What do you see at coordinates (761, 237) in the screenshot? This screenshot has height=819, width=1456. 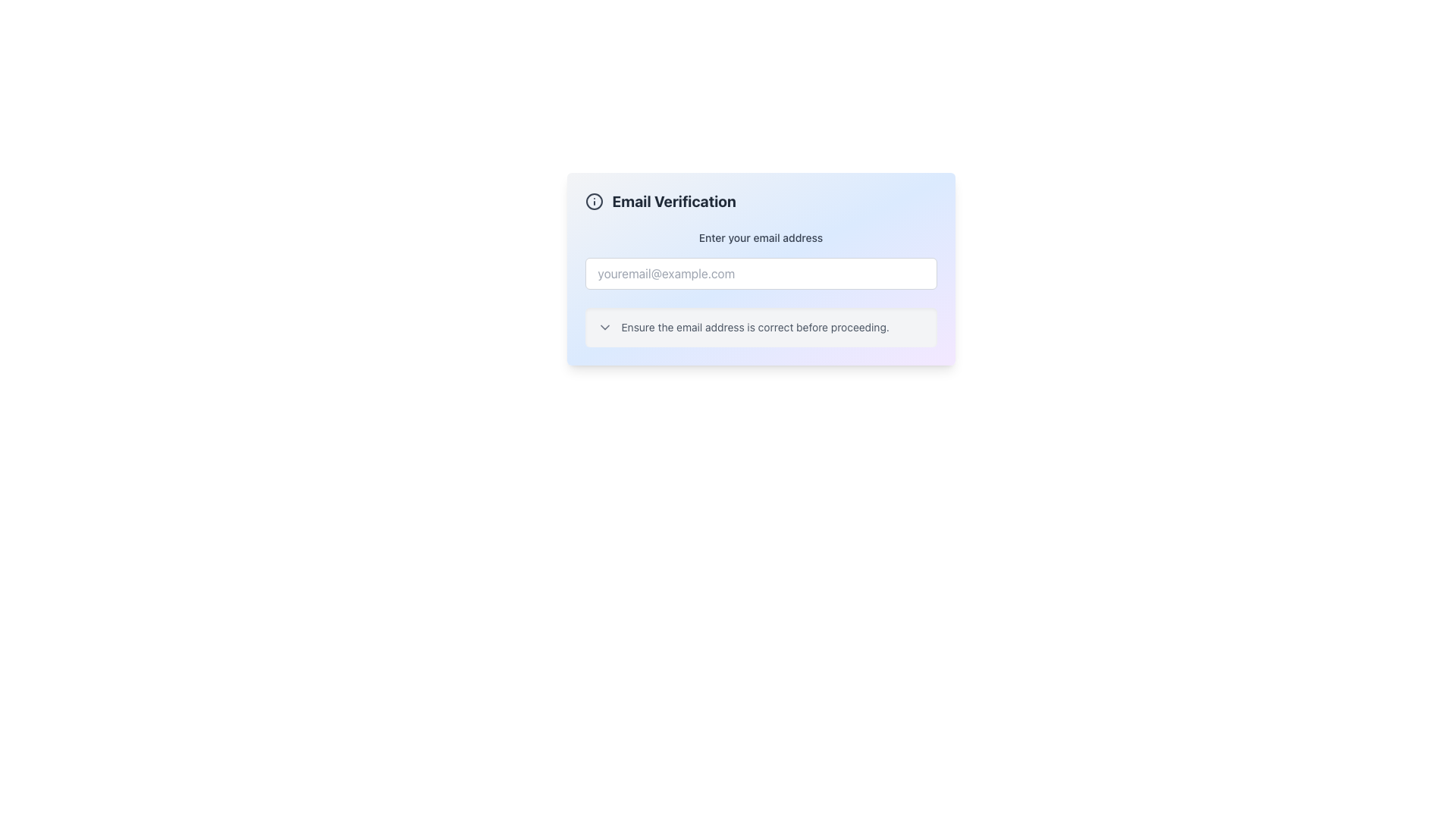 I see `the text label displaying 'Enter your email address.' which is positioned above the email input field` at bounding box center [761, 237].